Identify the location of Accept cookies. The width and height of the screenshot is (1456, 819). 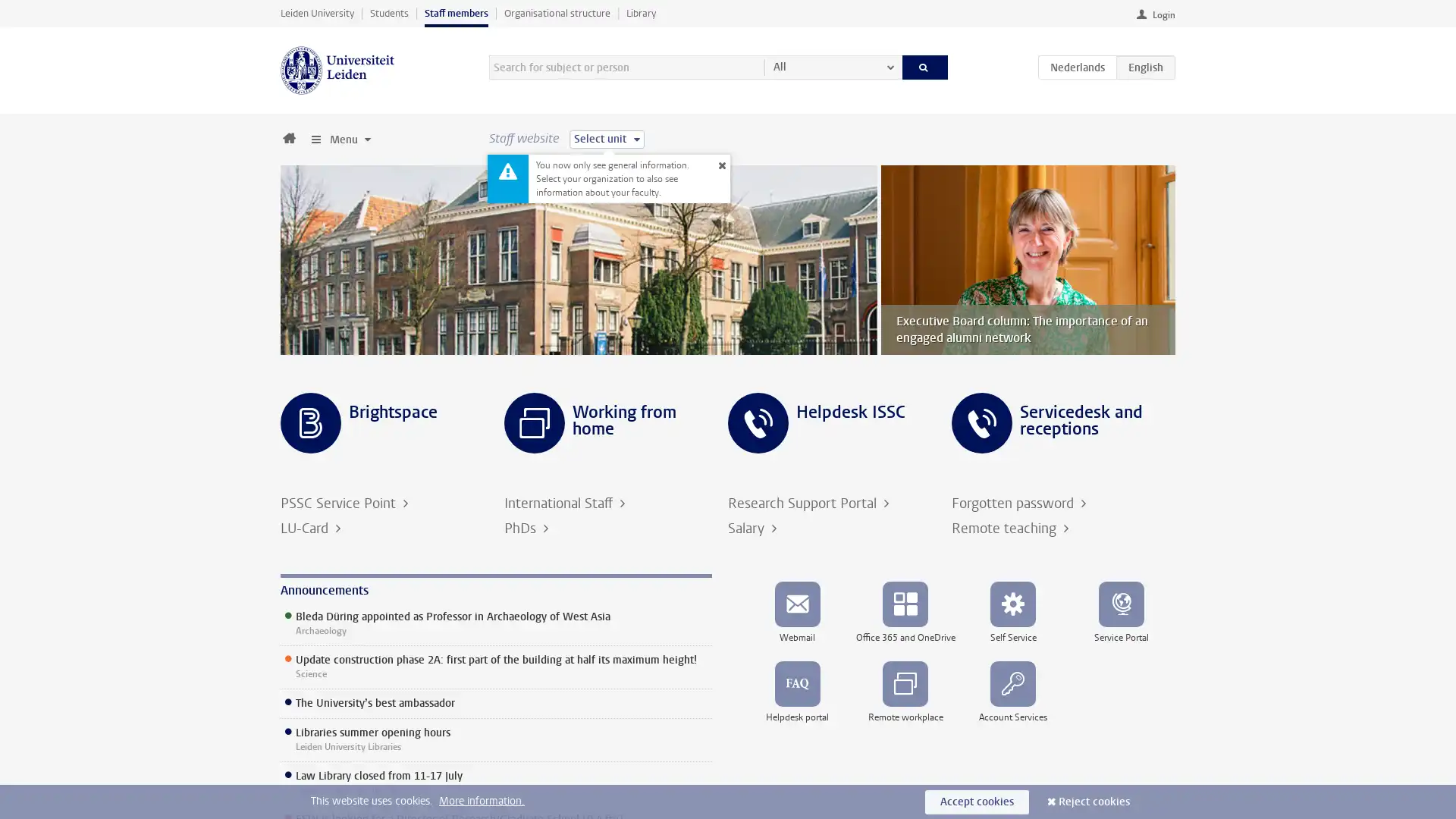
(977, 801).